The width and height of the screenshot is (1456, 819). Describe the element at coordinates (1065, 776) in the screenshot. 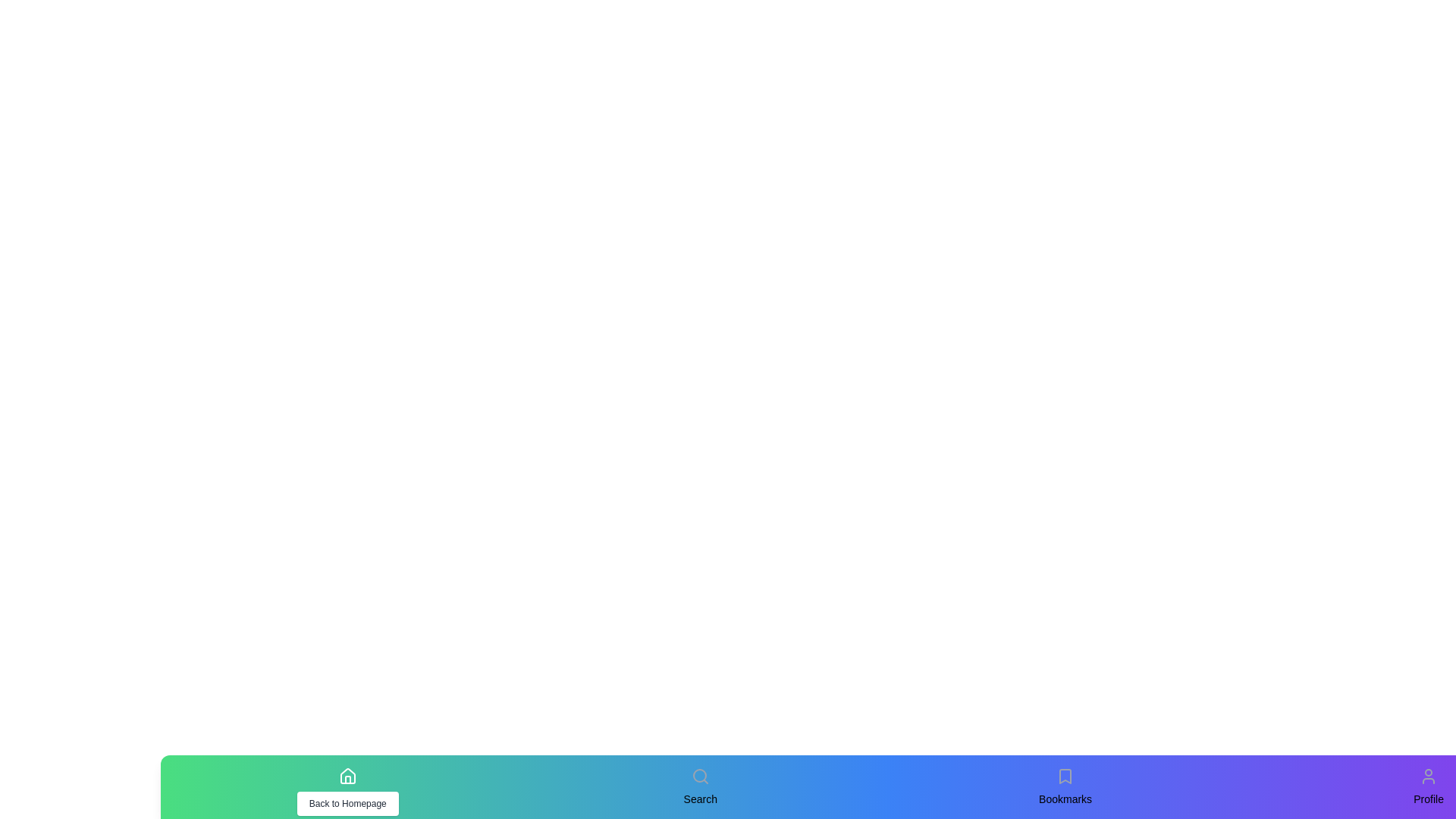

I see `the tab labeled Bookmarks to activate its functionality` at that location.